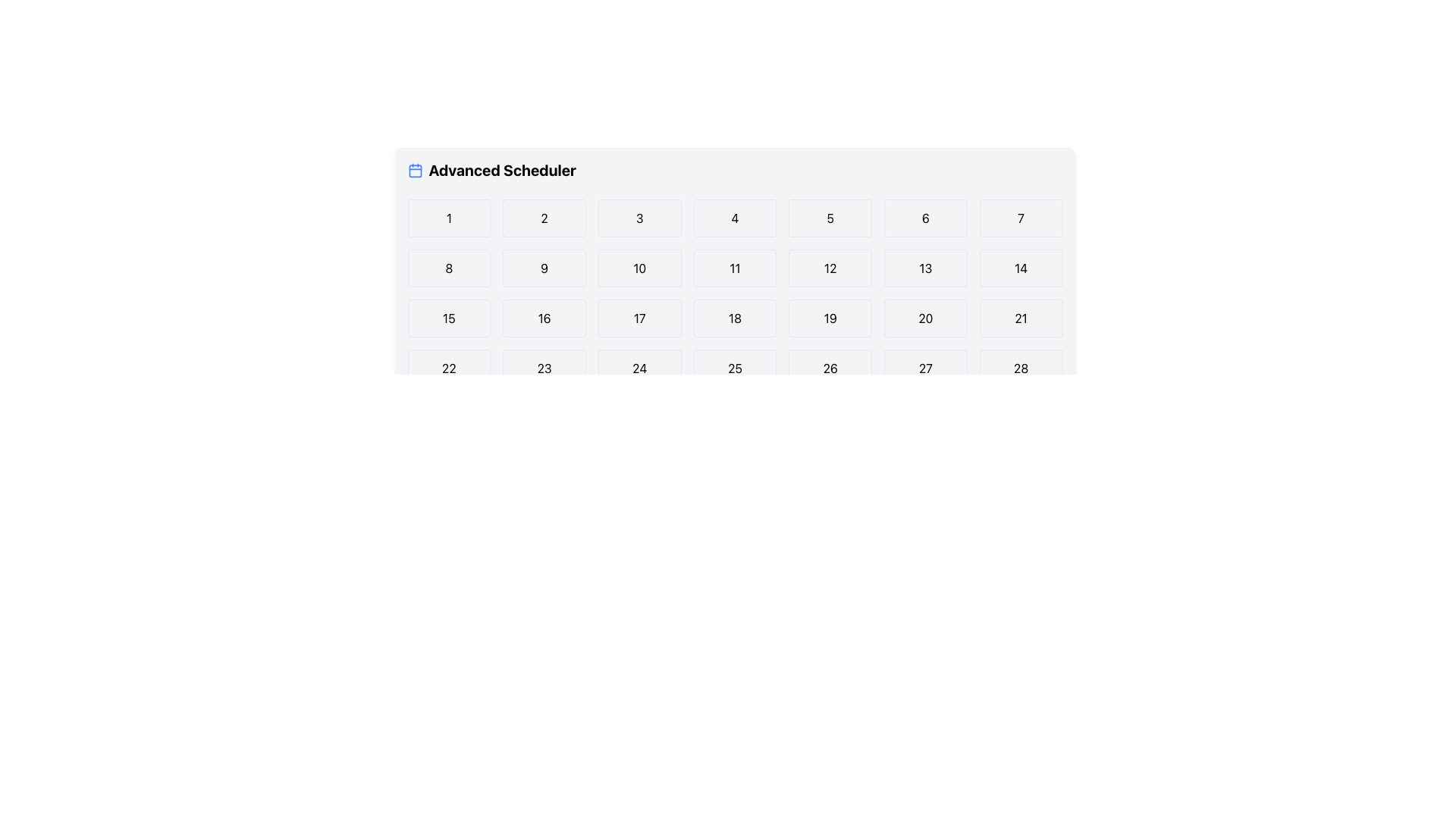  What do you see at coordinates (830, 218) in the screenshot?
I see `the button containing the numeral '5' in the first row of the grid beneath 'Advanced Scheduler'` at bounding box center [830, 218].